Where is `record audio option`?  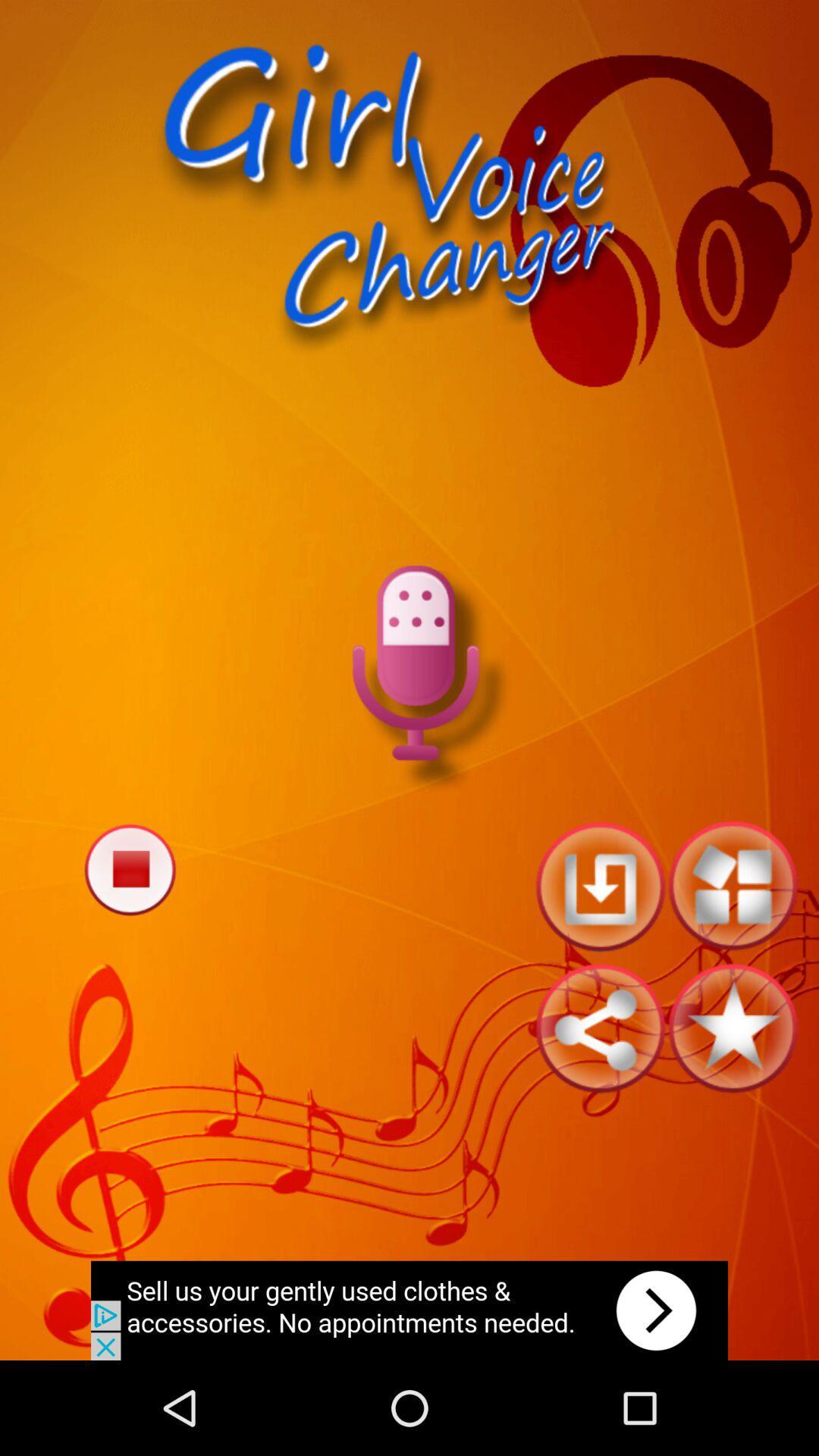 record audio option is located at coordinates (409, 679).